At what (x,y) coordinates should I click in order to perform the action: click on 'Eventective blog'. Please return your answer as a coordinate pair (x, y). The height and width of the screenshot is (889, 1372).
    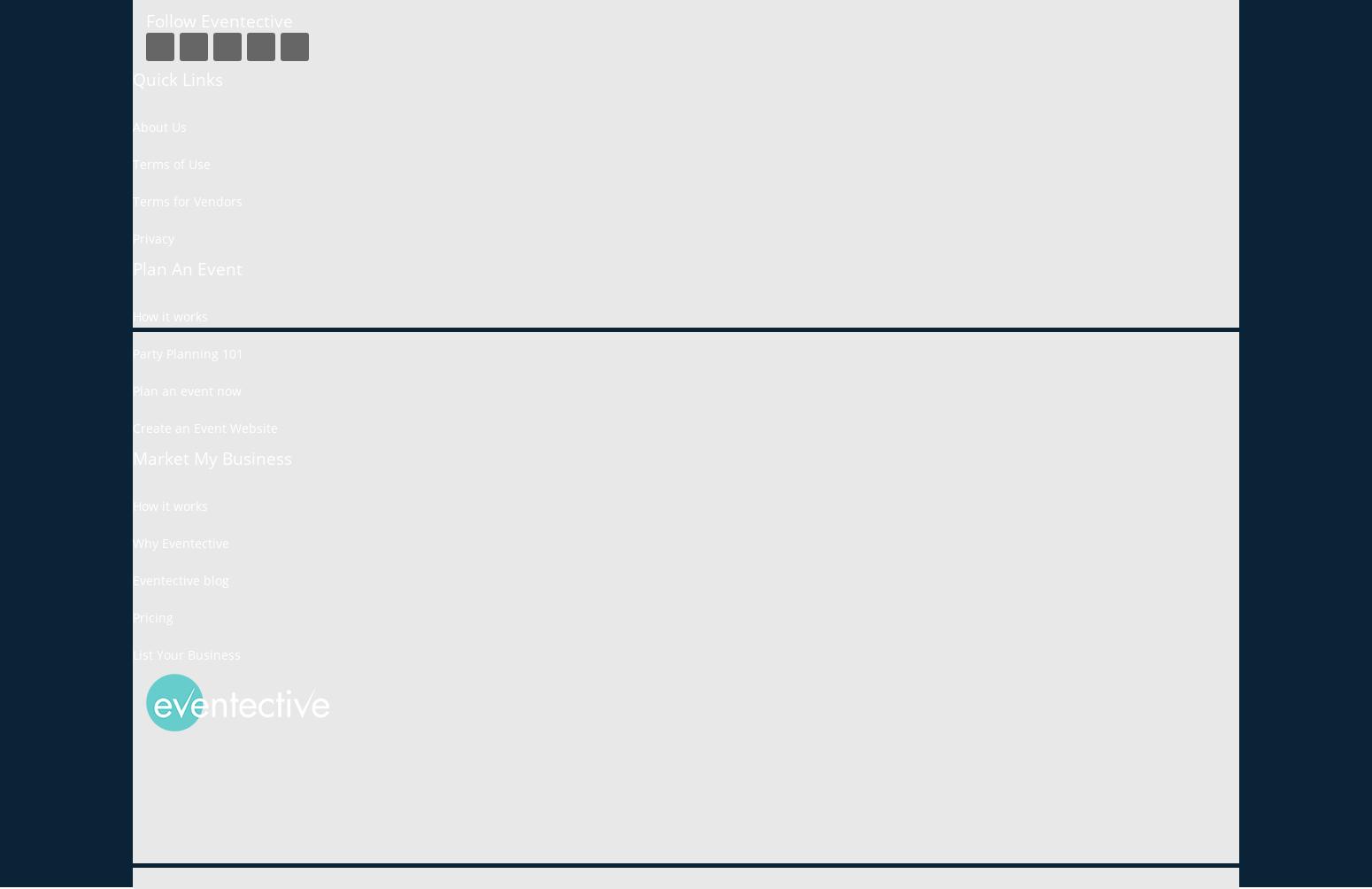
    Looking at the image, I should click on (180, 579).